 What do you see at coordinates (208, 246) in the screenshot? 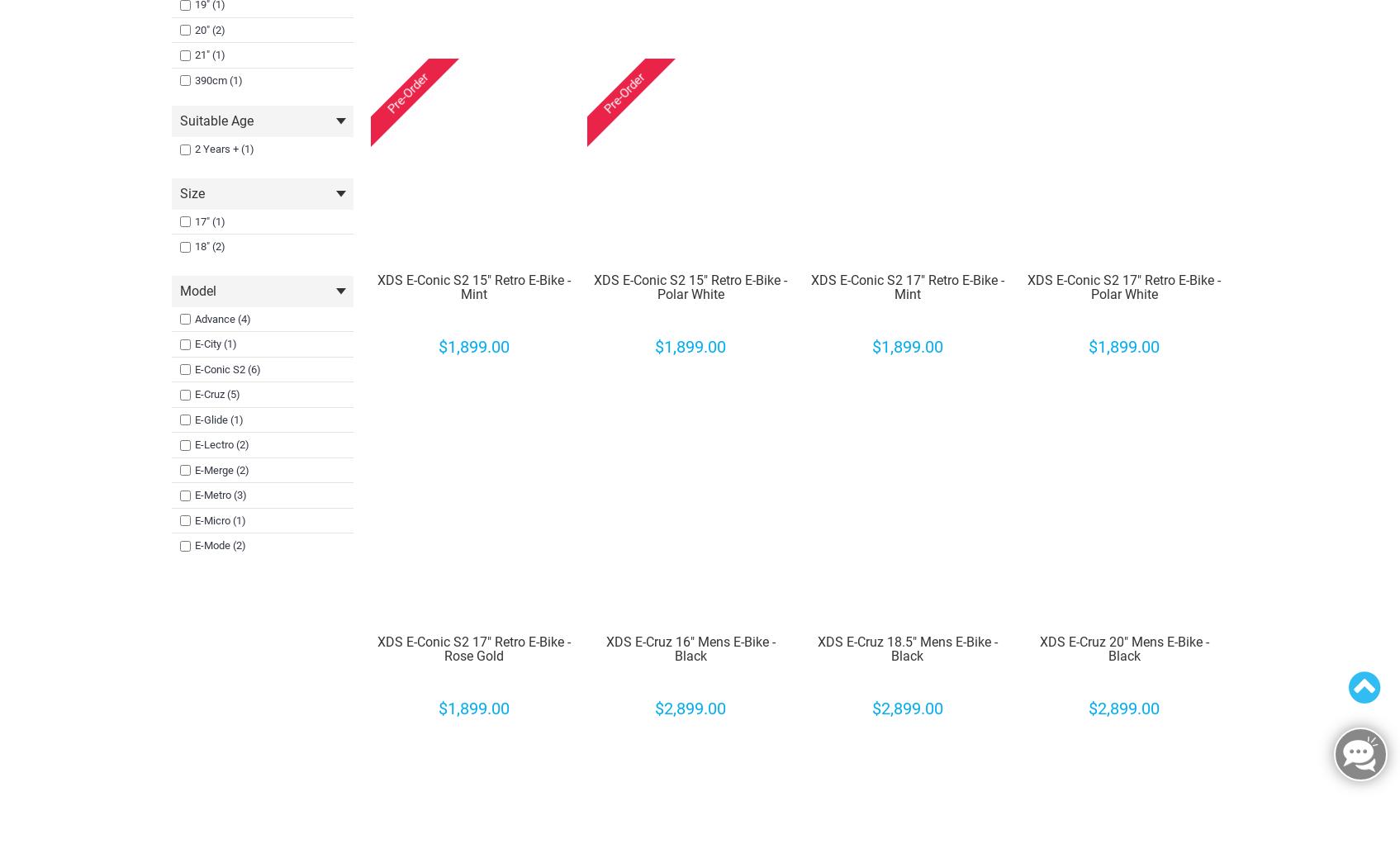
I see `'18" (2)'` at bounding box center [208, 246].